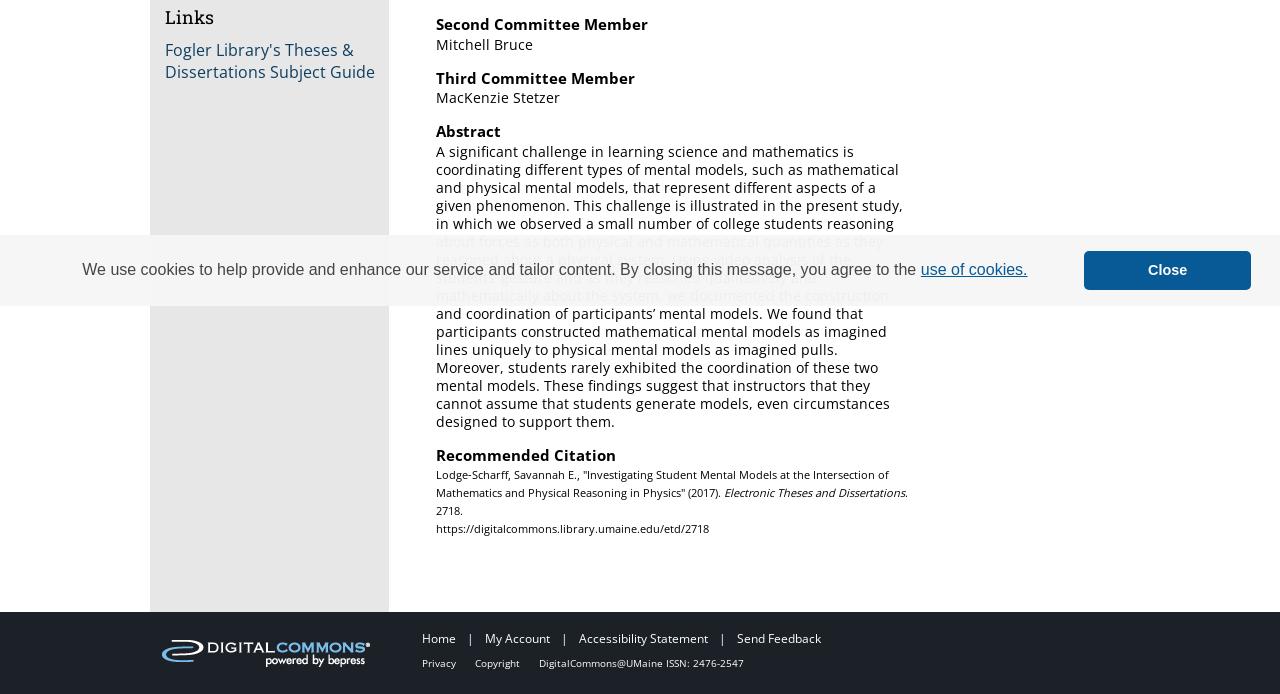  Describe the element at coordinates (467, 131) in the screenshot. I see `'Abstract'` at that location.